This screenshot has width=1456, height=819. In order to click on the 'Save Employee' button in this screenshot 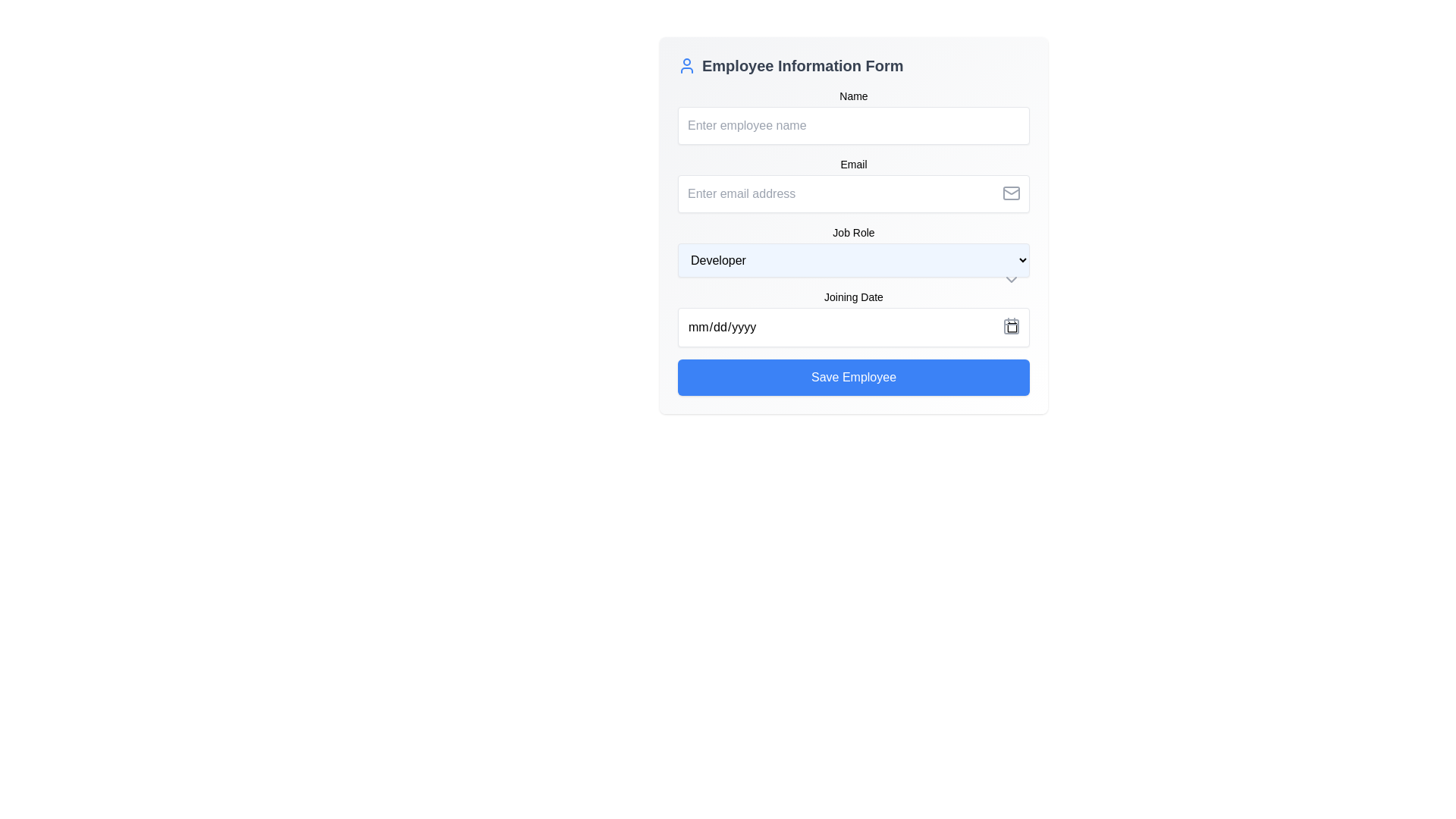, I will do `click(854, 376)`.